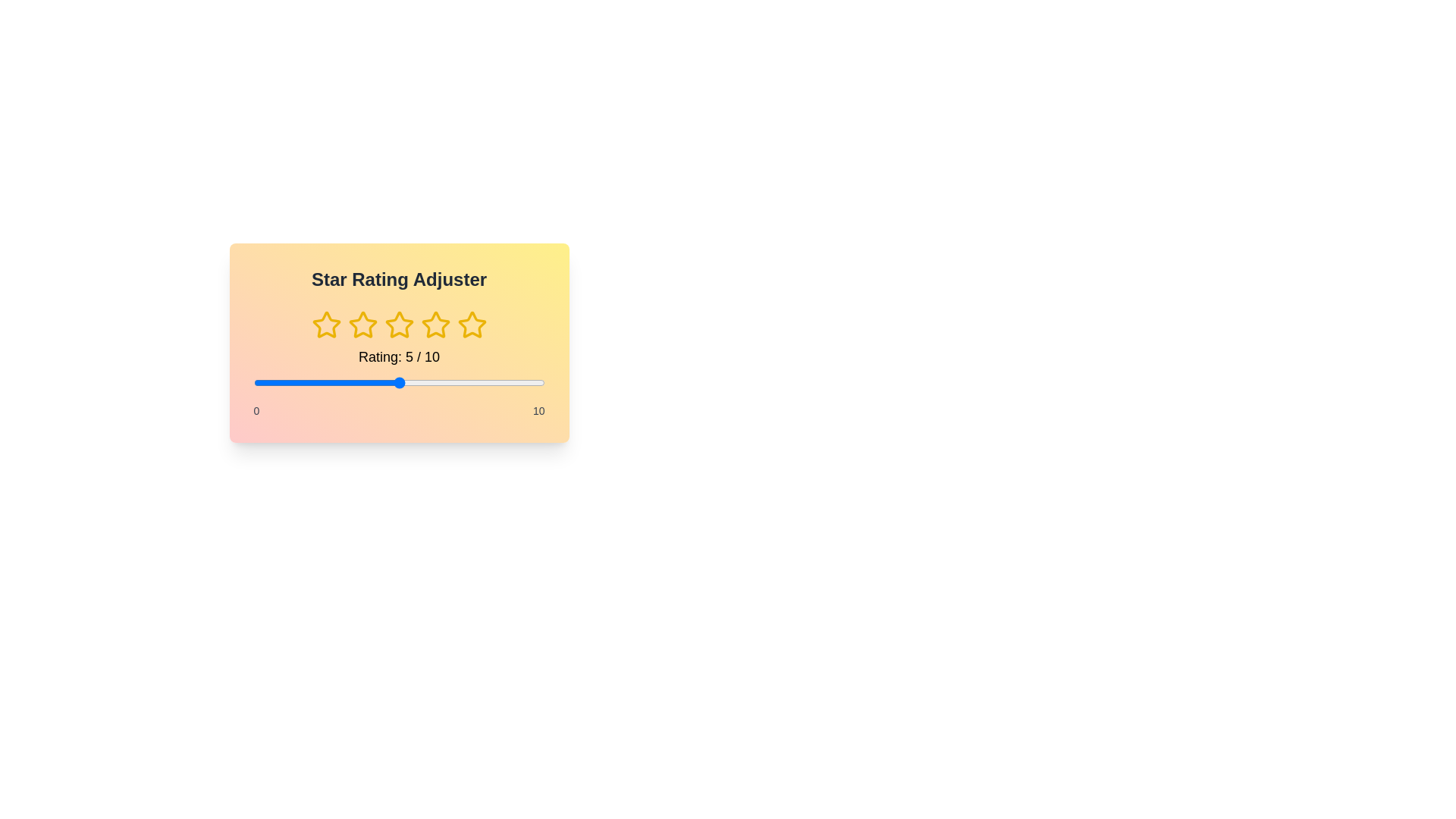 The width and height of the screenshot is (1456, 819). Describe the element at coordinates (516, 382) in the screenshot. I see `the slider to set the rating to 9 within the range of 0 to 10` at that location.